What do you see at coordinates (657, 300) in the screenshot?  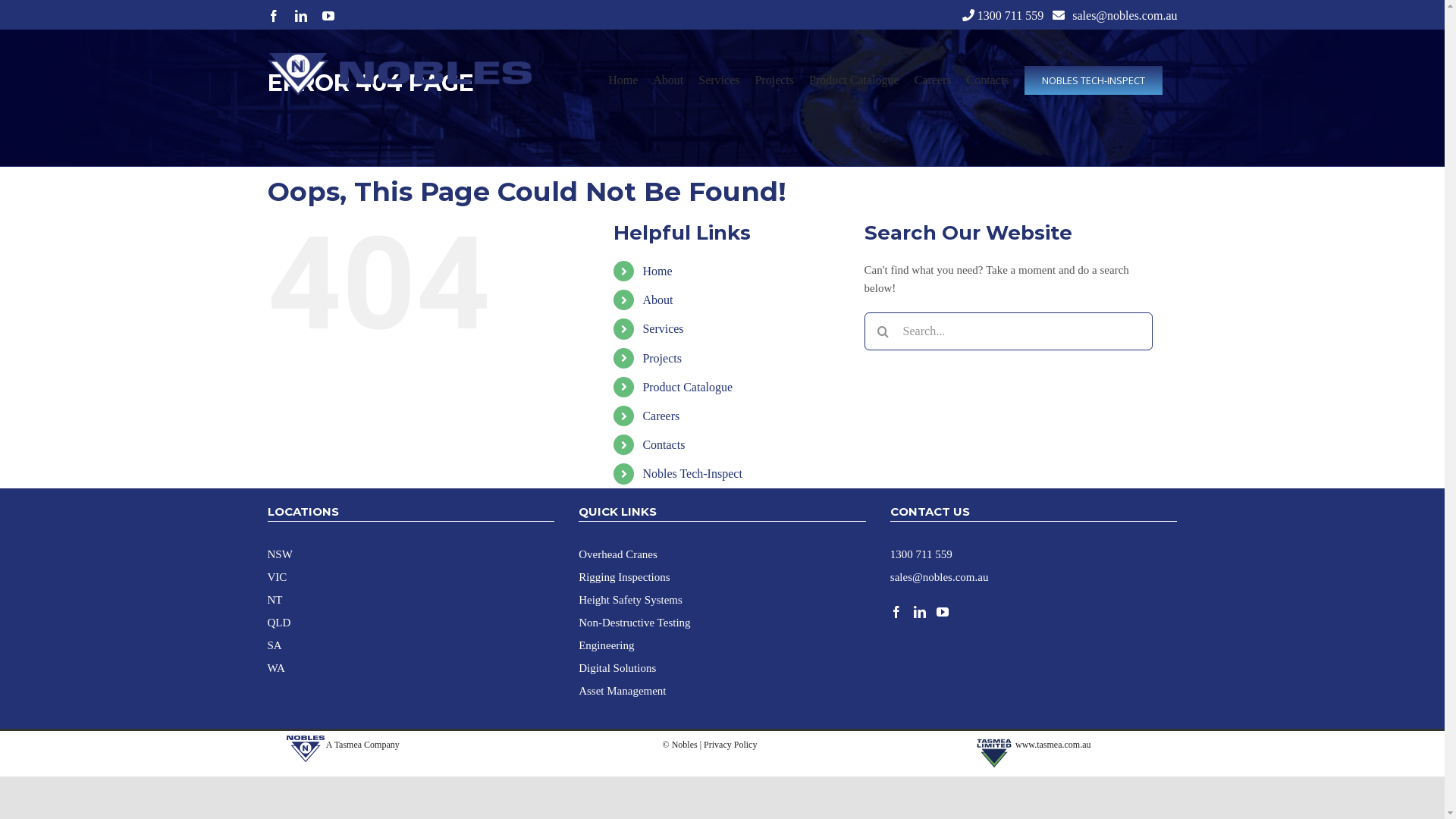 I see `'About'` at bounding box center [657, 300].